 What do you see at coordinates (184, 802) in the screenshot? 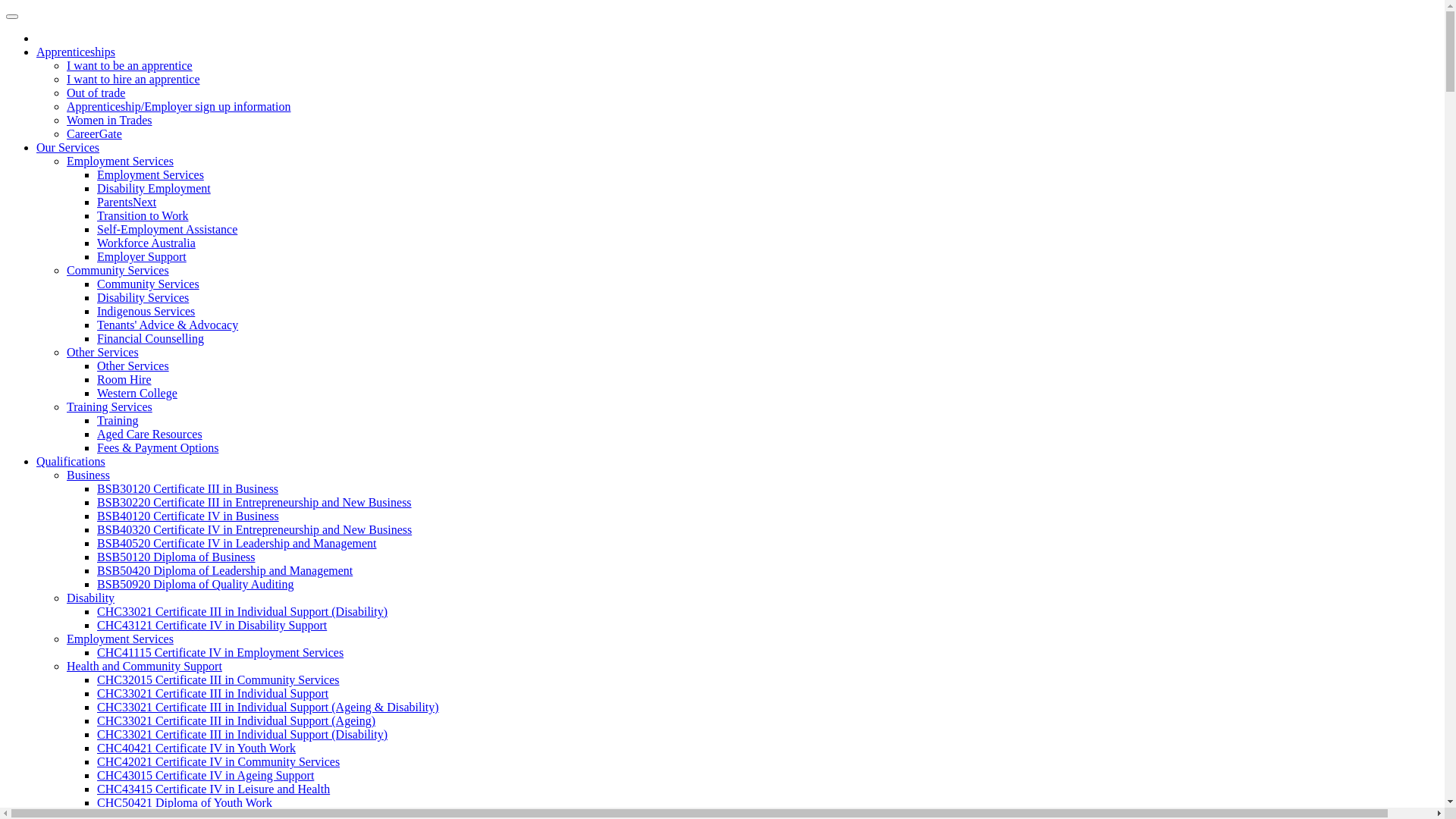
I see `'CHC50421 Diploma of Youth Work'` at bounding box center [184, 802].